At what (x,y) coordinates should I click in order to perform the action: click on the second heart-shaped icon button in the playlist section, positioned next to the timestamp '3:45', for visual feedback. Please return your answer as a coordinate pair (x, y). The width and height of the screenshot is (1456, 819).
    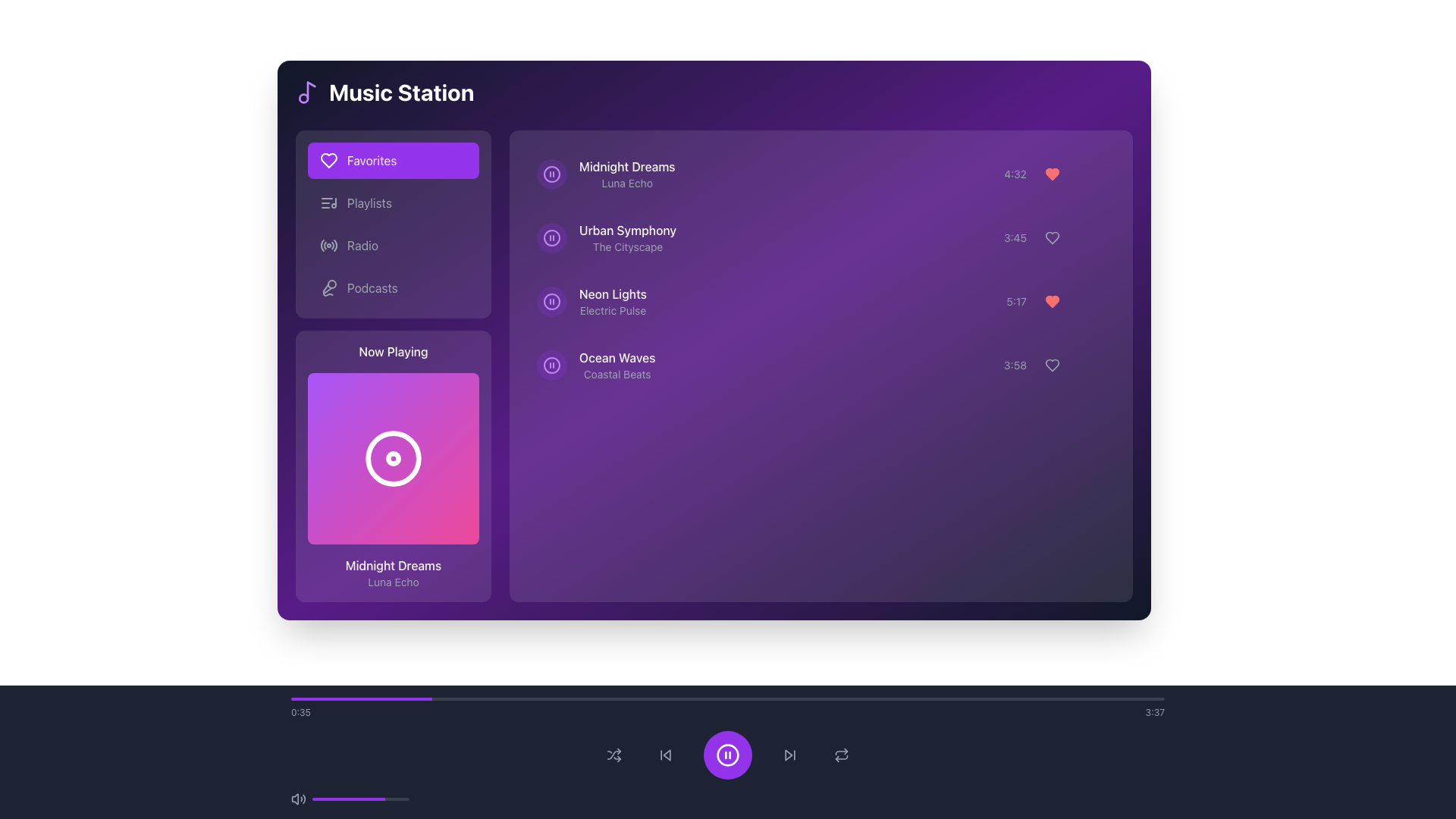
    Looking at the image, I should click on (1051, 237).